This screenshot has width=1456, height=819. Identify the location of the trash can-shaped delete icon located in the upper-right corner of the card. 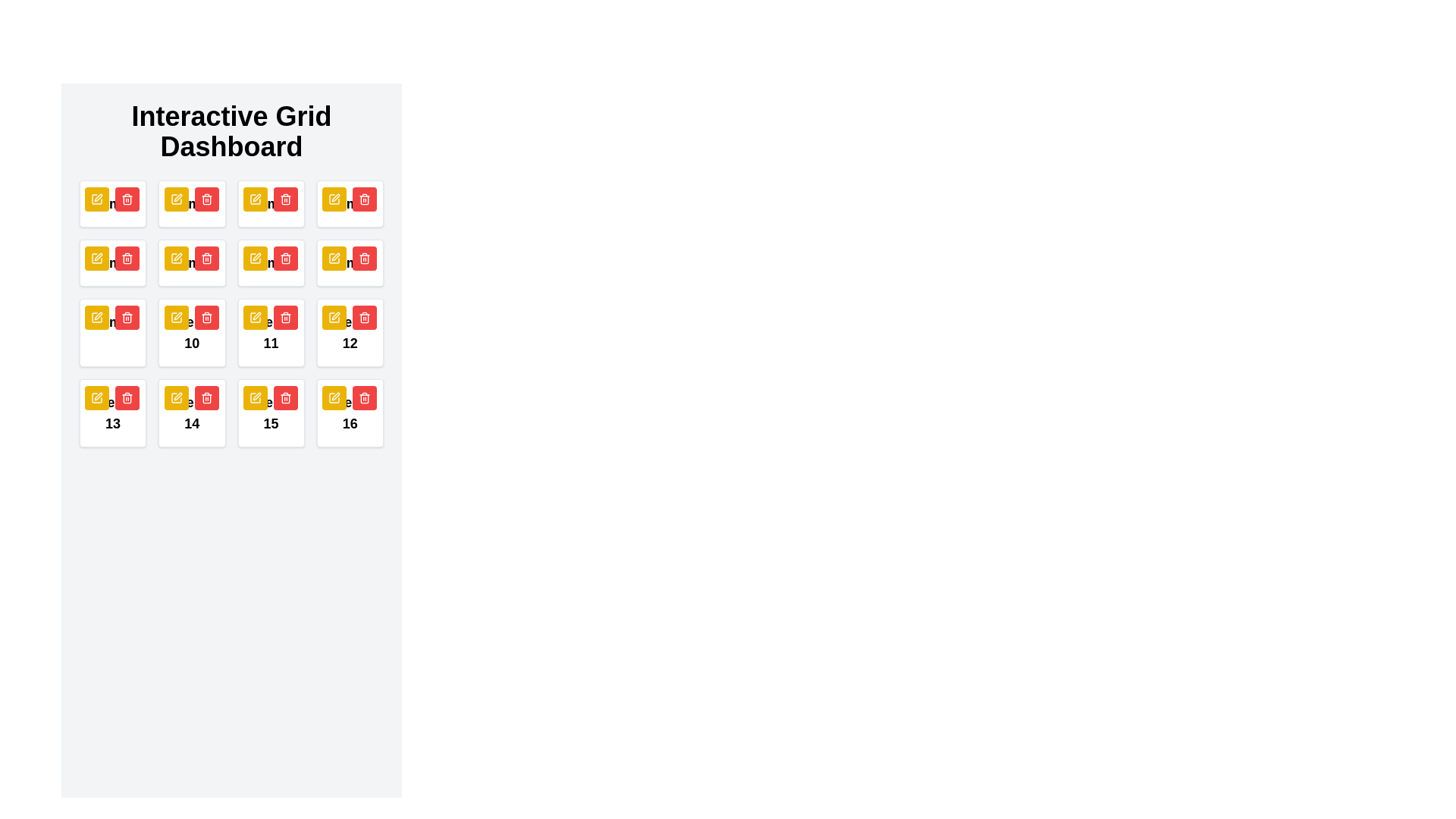
(206, 398).